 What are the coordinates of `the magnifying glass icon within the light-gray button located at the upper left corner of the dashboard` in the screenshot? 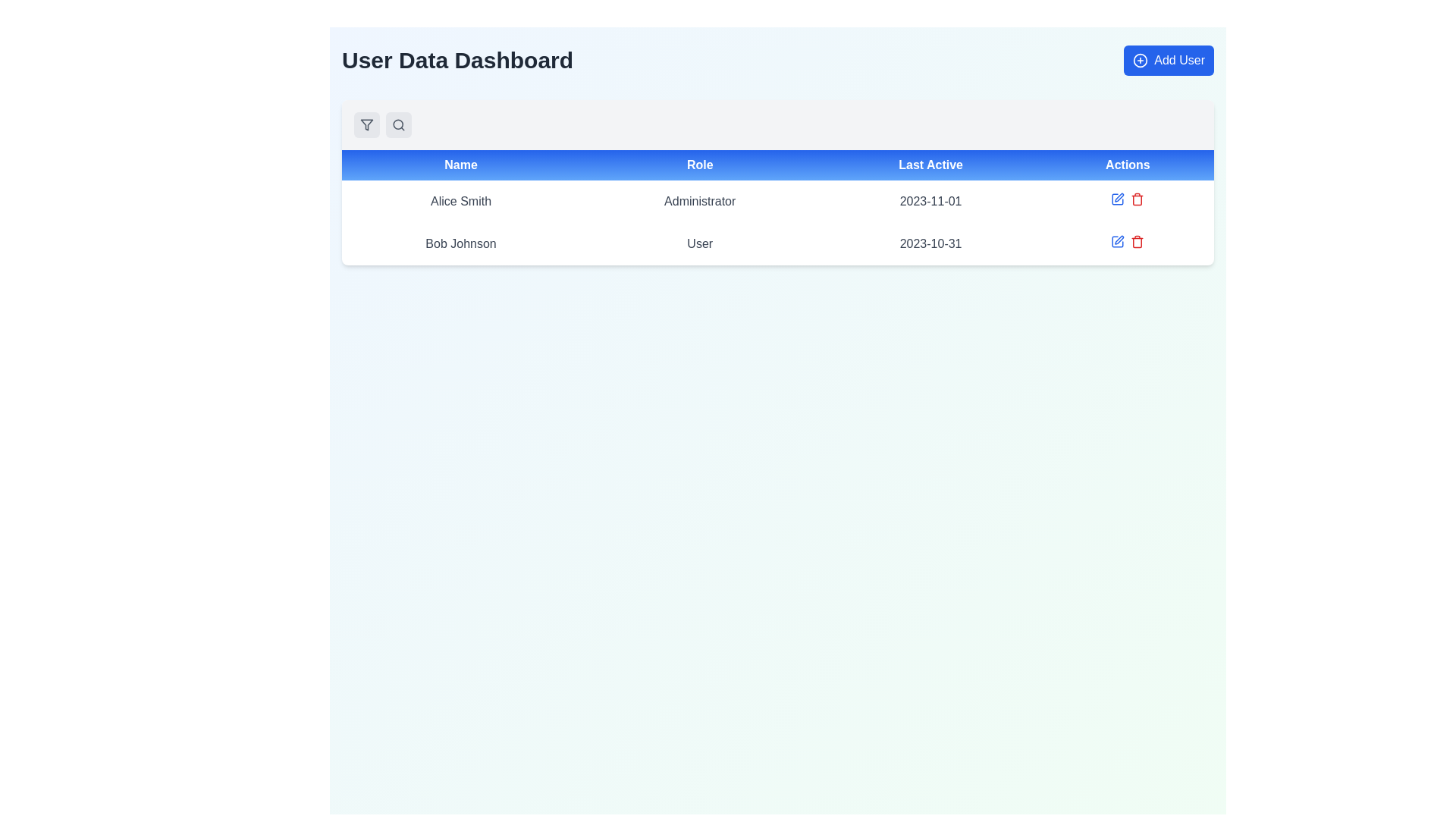 It's located at (399, 124).